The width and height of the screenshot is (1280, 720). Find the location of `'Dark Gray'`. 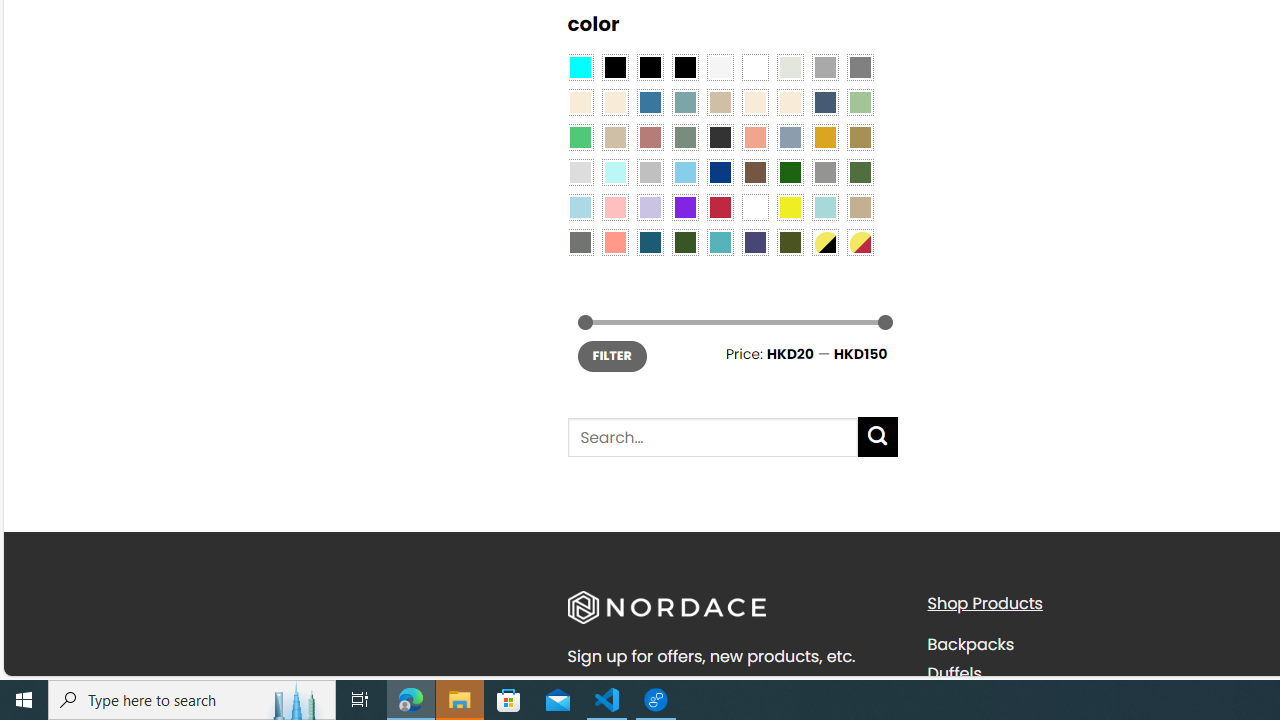

'Dark Gray' is located at coordinates (824, 66).